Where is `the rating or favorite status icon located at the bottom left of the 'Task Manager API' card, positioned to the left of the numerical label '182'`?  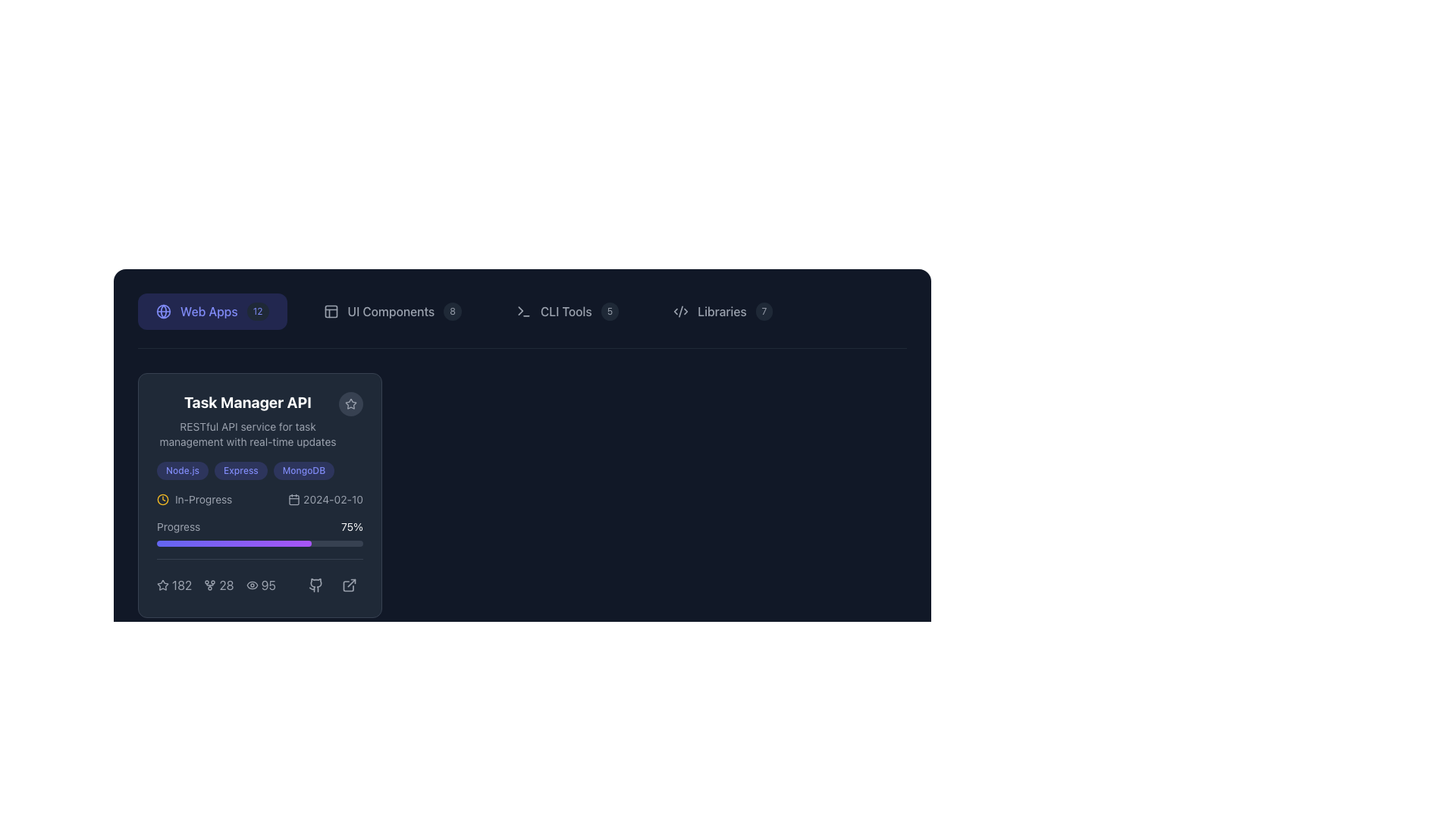 the rating or favorite status icon located at the bottom left of the 'Task Manager API' card, positioned to the left of the numerical label '182' is located at coordinates (163, 584).